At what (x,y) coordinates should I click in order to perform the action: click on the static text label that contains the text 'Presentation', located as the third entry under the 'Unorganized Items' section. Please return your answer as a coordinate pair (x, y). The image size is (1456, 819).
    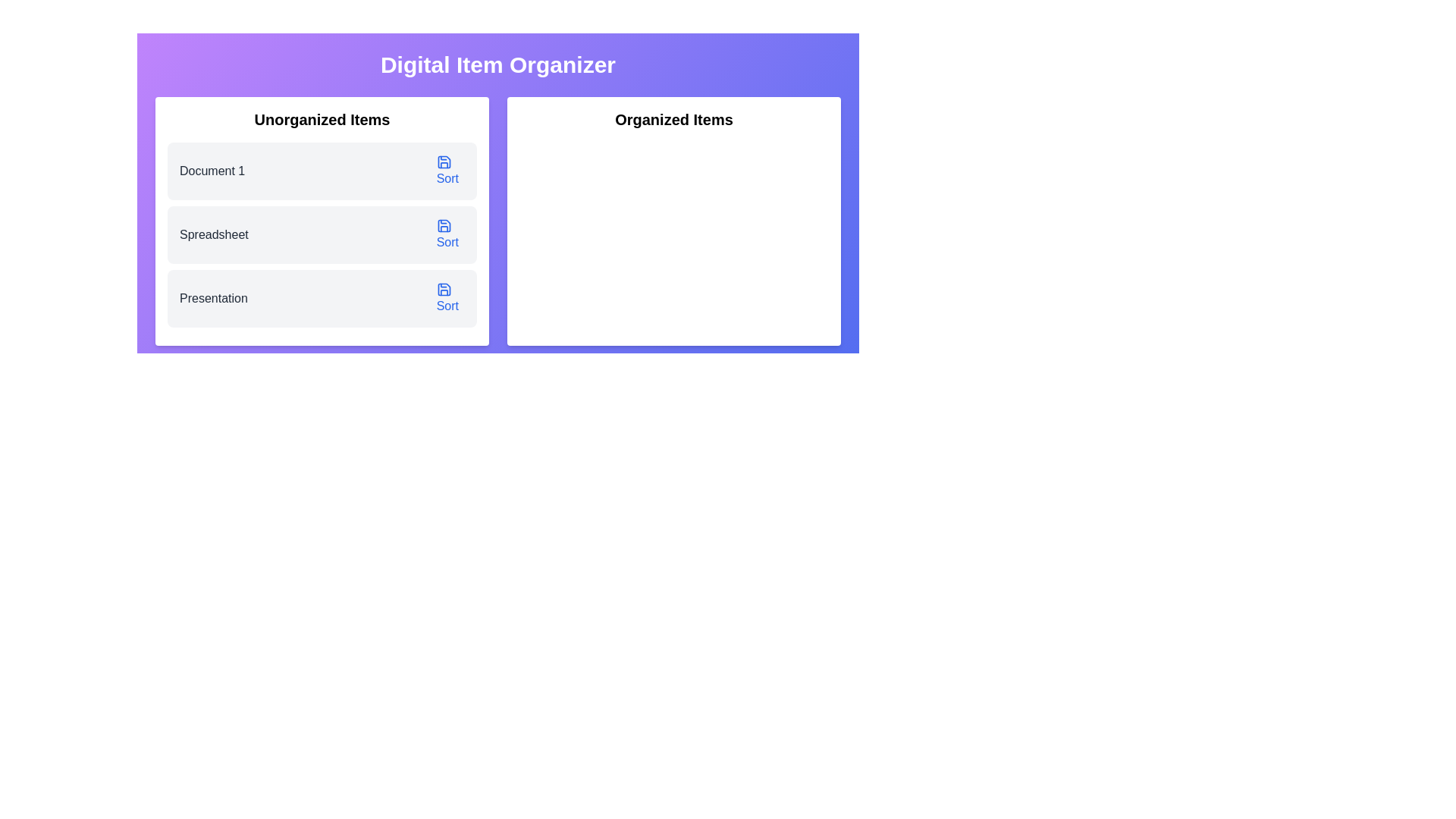
    Looking at the image, I should click on (212, 298).